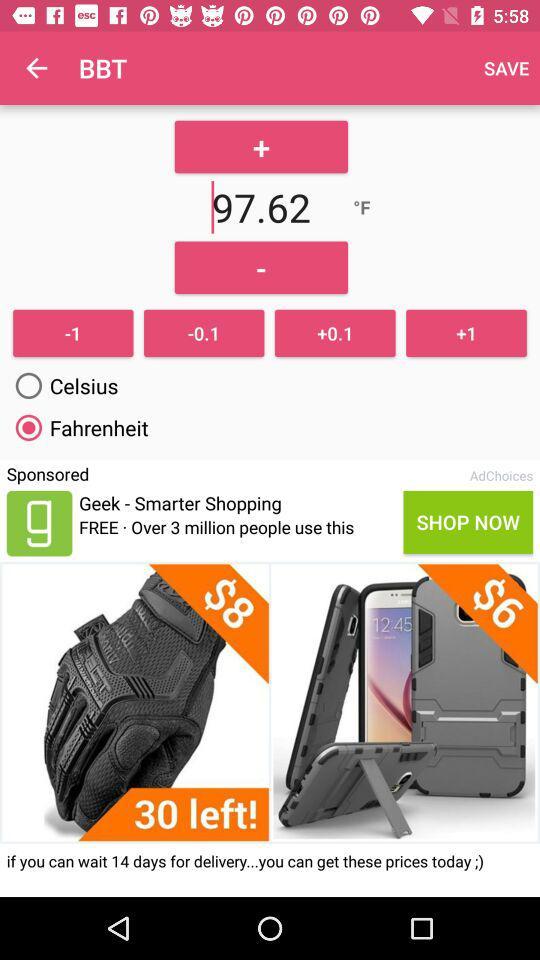  What do you see at coordinates (270, 702) in the screenshot?
I see `the article page` at bounding box center [270, 702].